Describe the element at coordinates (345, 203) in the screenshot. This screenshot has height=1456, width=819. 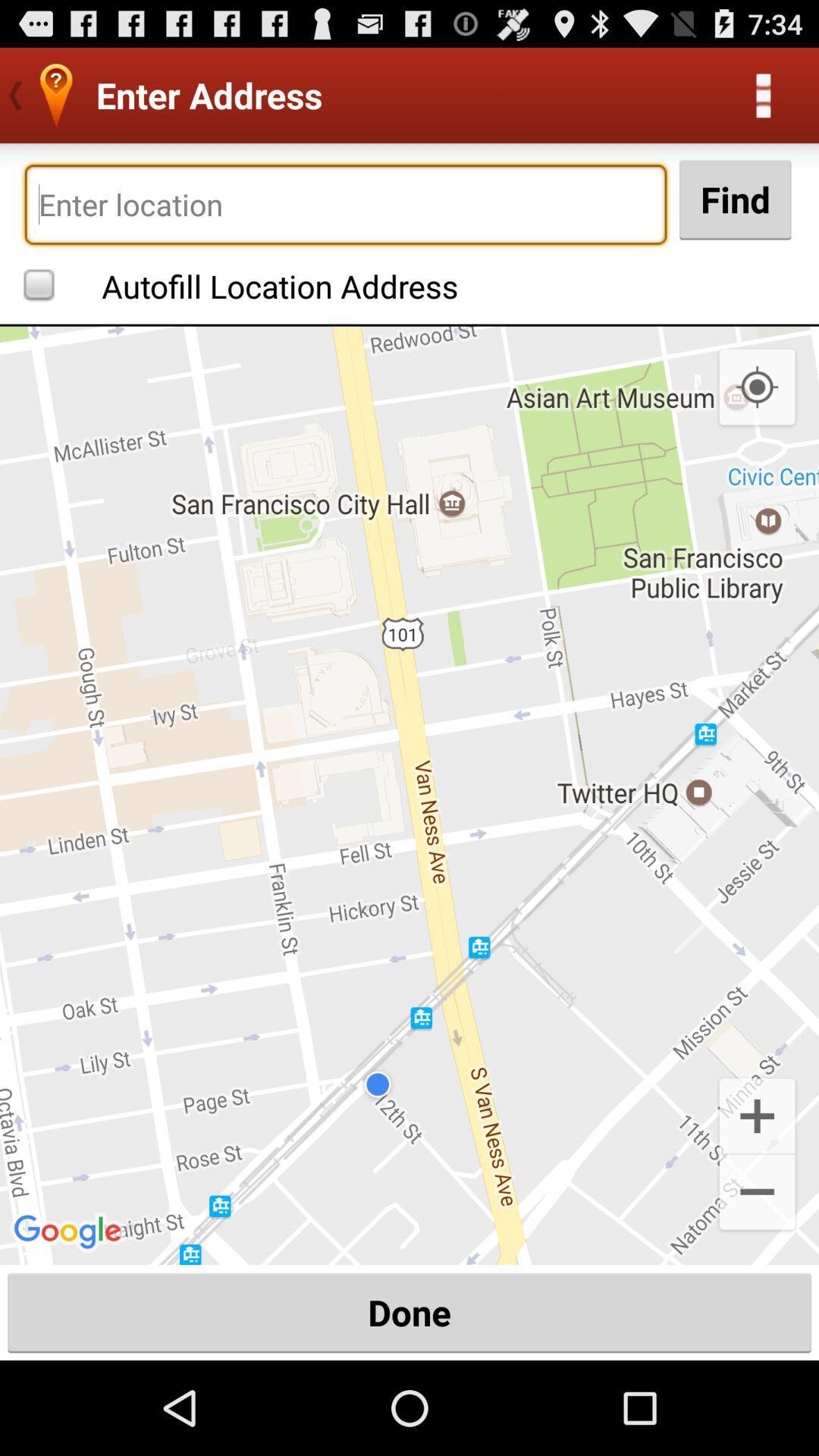
I see `the button next to the find` at that location.